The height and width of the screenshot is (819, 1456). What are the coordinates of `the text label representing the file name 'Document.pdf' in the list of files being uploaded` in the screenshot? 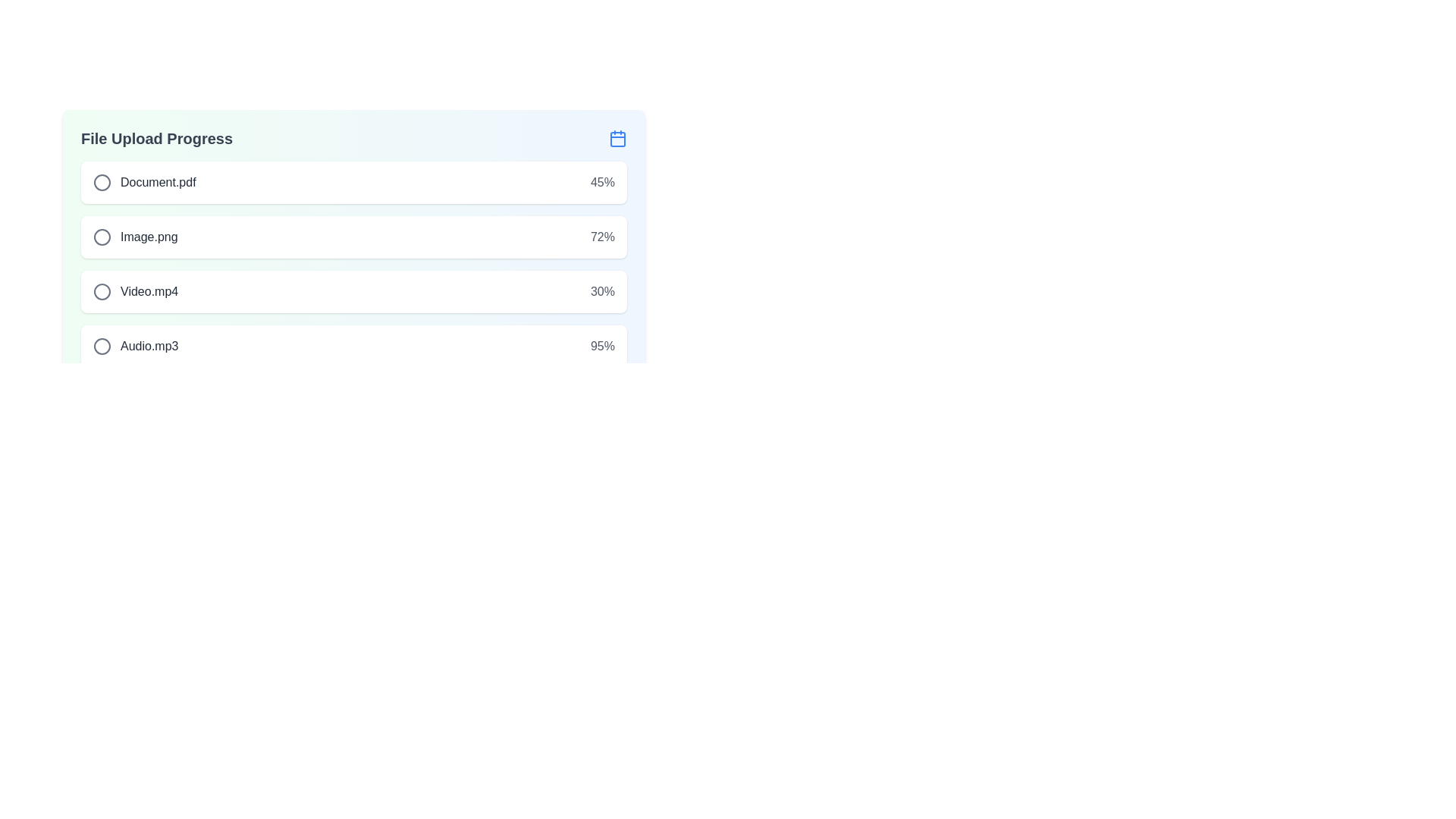 It's located at (158, 181).